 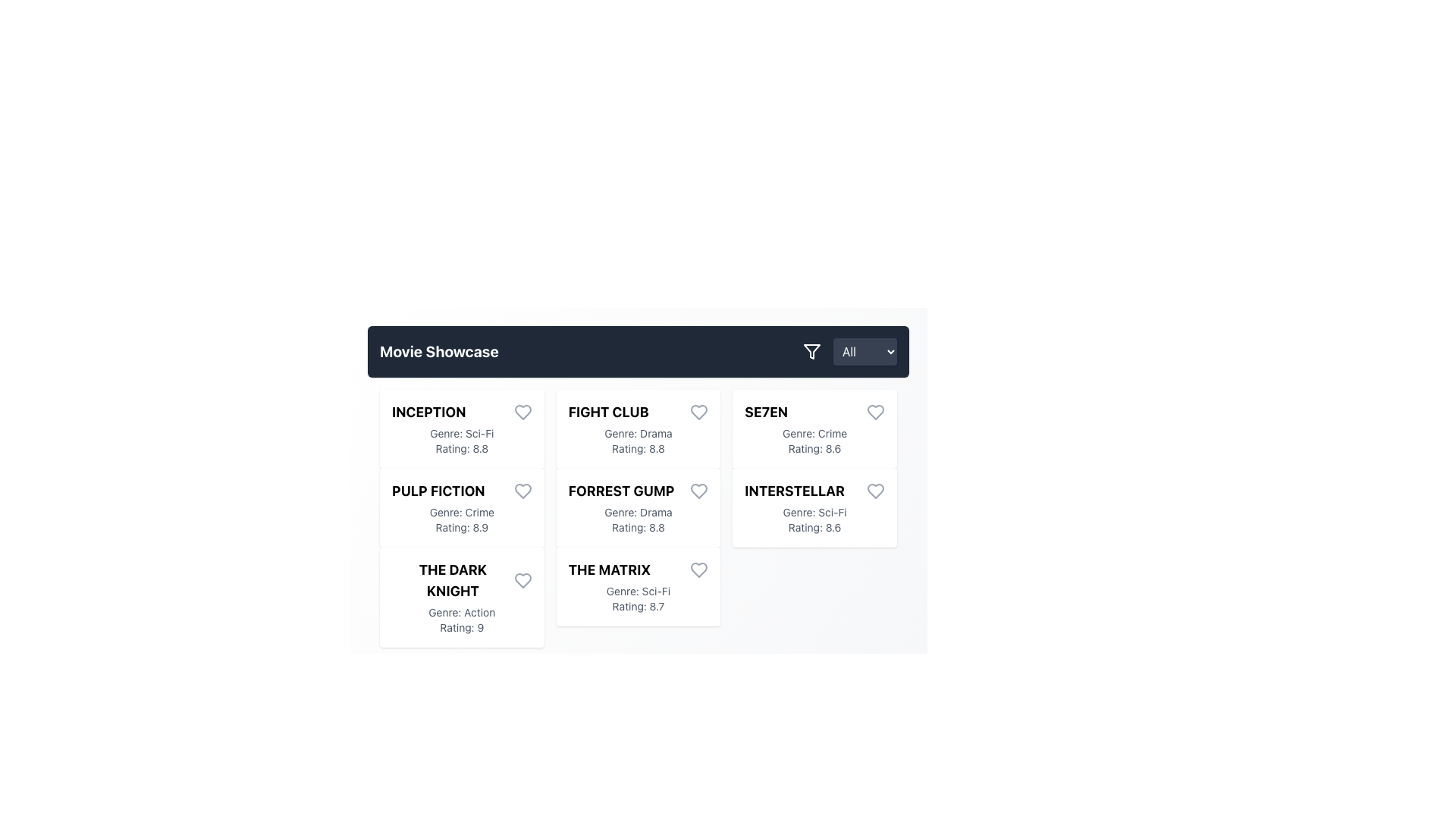 I want to click on the heart icon, so click(x=875, y=412).